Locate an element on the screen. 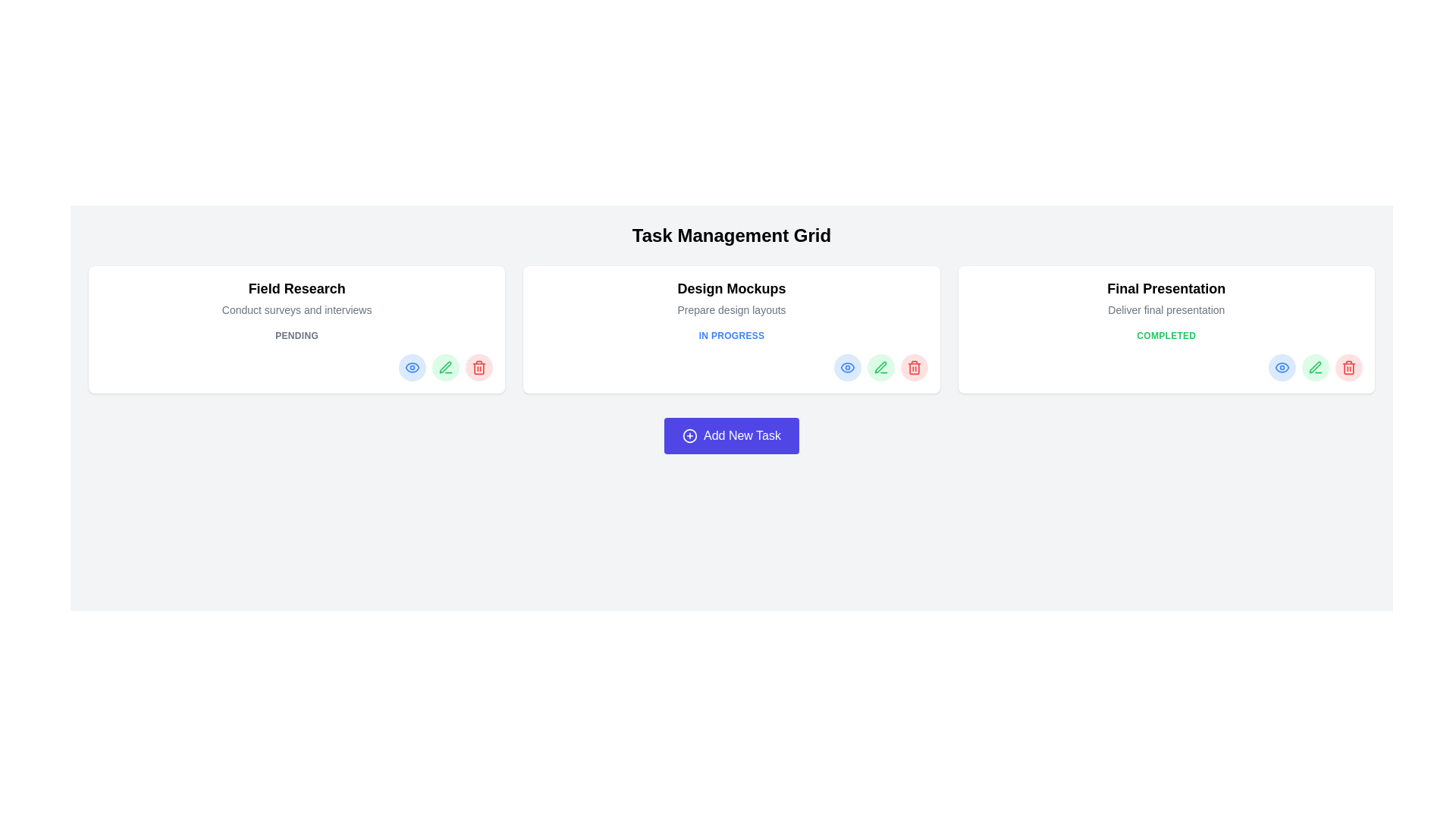  the 'View' button located in the bottom-right corner of the 'Final Presentation' card in the third column of the task management grid is located at coordinates (1280, 368).